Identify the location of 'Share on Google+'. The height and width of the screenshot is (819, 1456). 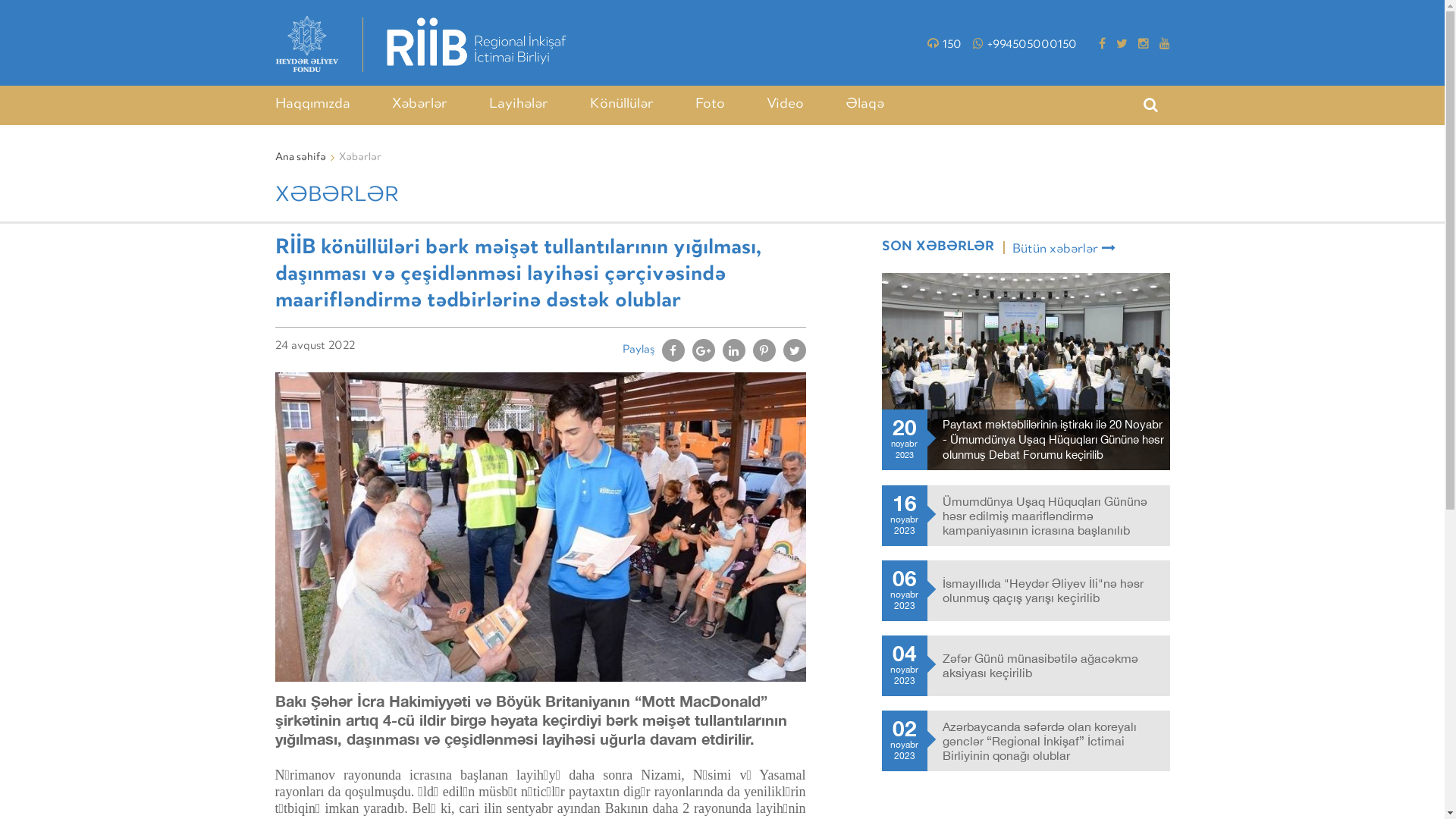
(691, 350).